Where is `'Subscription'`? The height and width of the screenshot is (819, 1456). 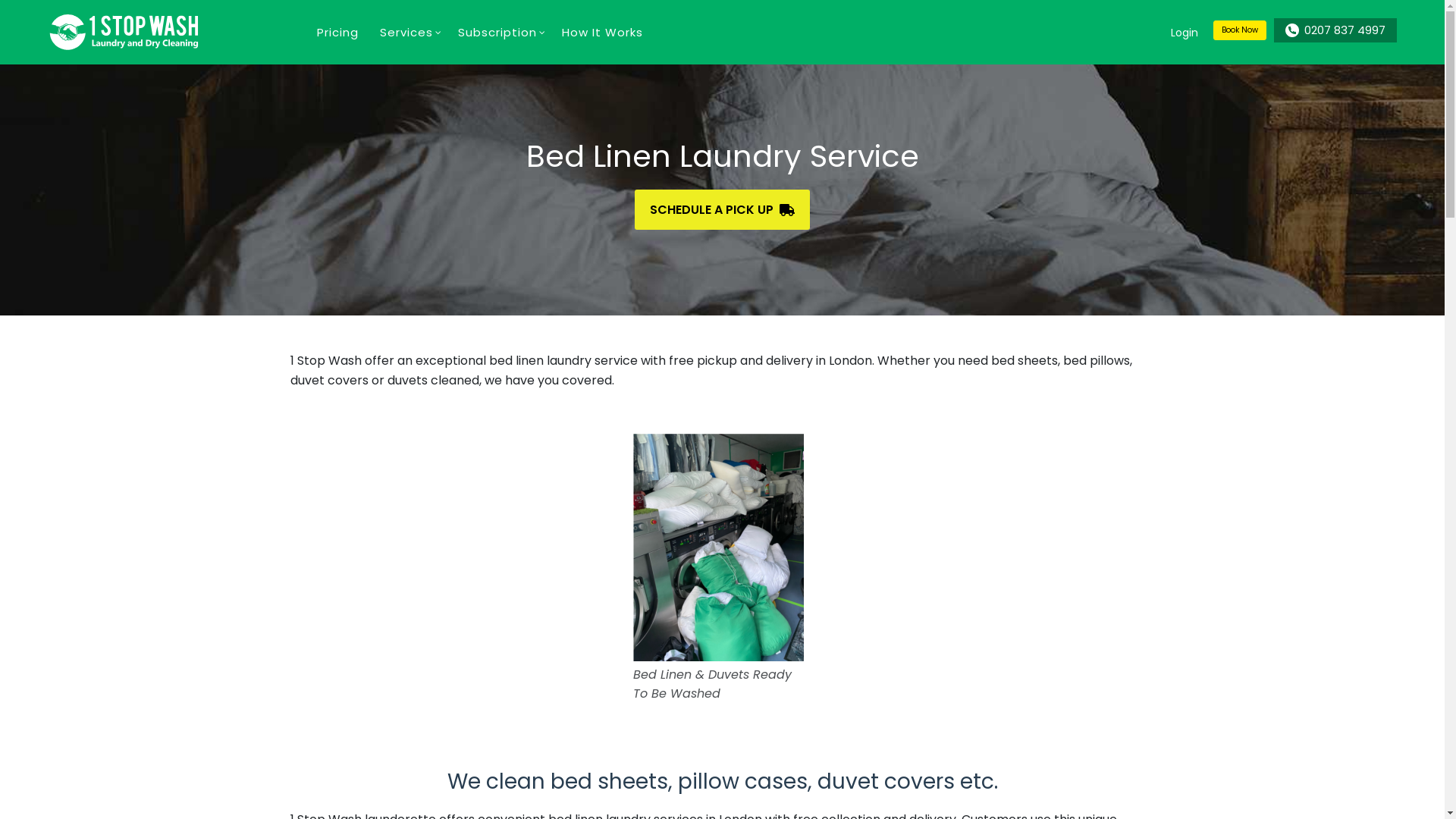
'Subscription' is located at coordinates (497, 32).